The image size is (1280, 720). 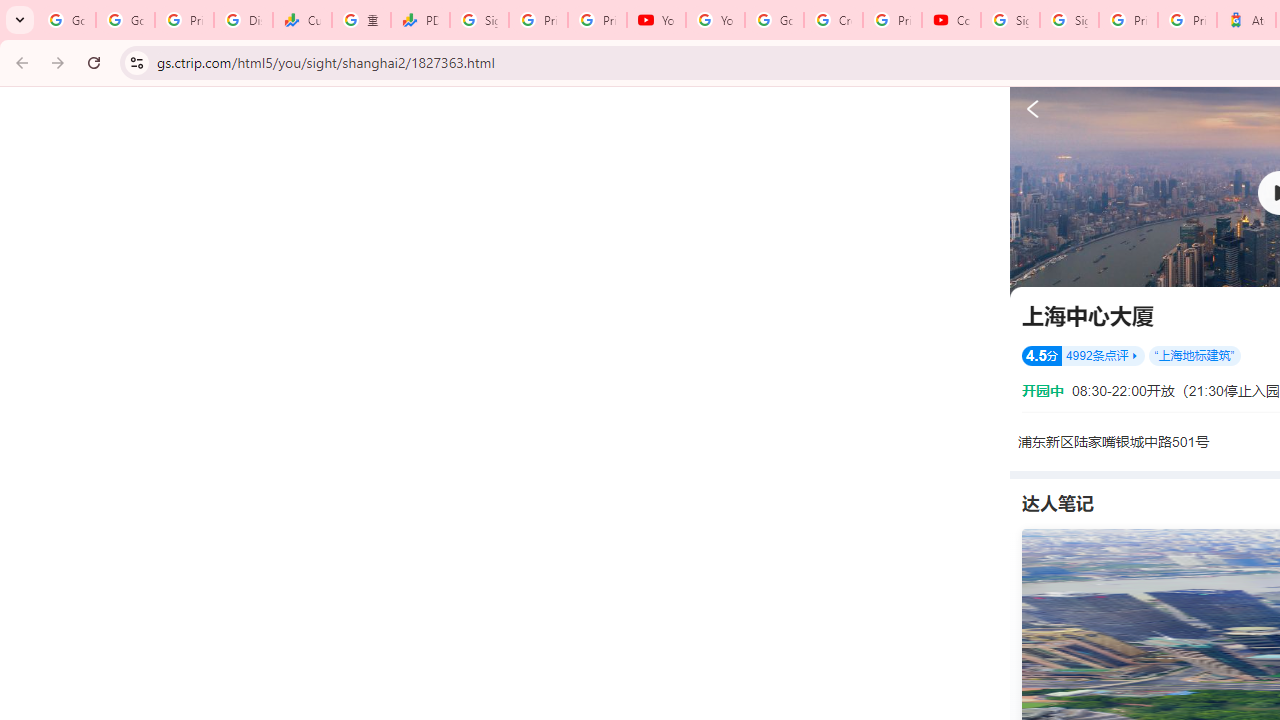 What do you see at coordinates (950, 20) in the screenshot?
I see `'Content Creator Programs & Opportunities - YouTube Creators'` at bounding box center [950, 20].